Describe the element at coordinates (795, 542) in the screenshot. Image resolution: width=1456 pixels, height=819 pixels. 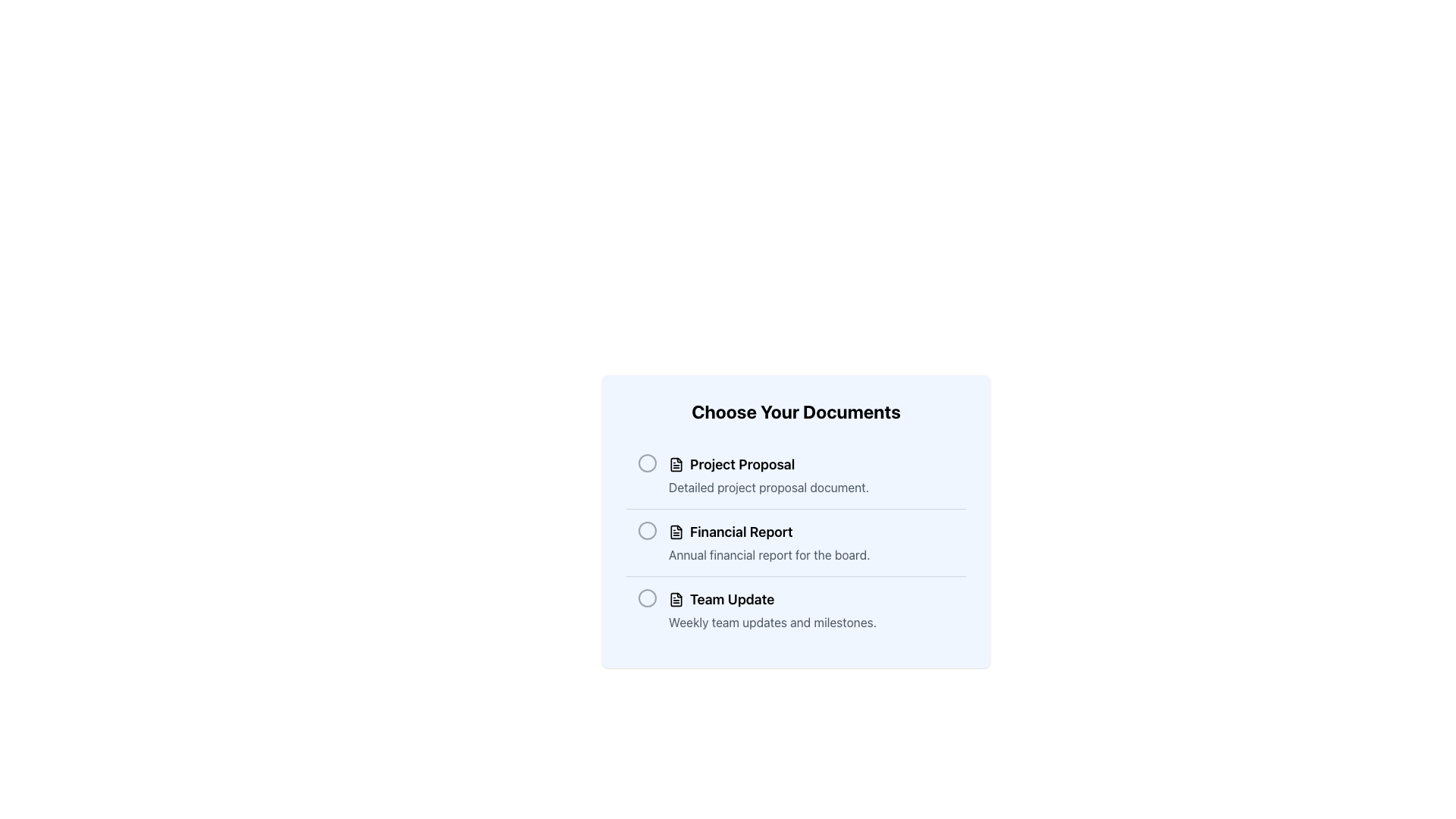
I see `the label for the 'Financial Report' option in the selectable list` at that location.